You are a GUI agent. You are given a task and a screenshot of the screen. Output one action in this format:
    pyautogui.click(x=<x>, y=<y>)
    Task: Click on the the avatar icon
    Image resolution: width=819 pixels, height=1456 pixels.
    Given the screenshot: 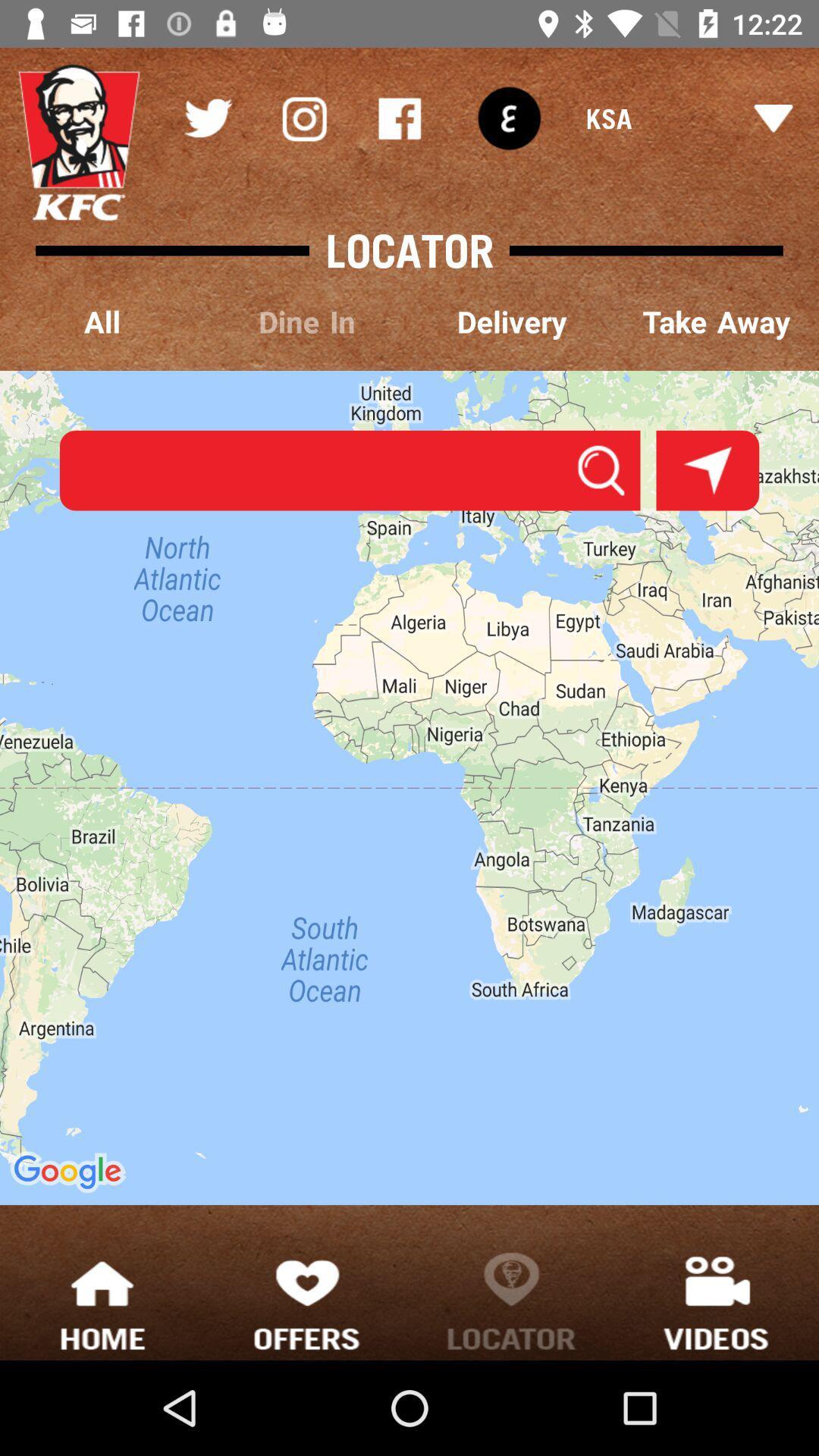 What is the action you would take?
    pyautogui.click(x=79, y=143)
    